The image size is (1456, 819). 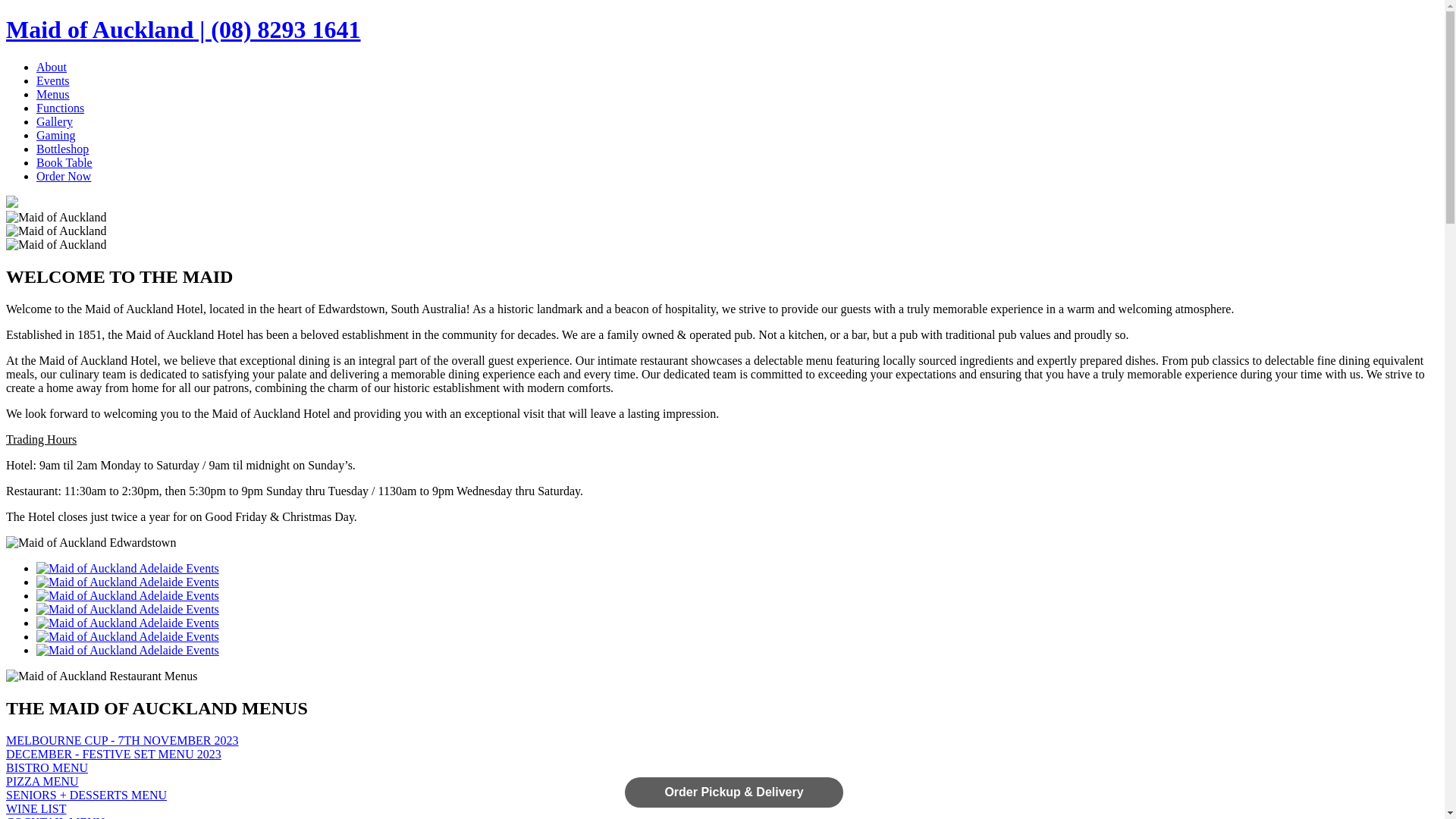 I want to click on 'MELBOURNE CUP - 7TH NOVEMBER 2023', so click(x=721, y=739).